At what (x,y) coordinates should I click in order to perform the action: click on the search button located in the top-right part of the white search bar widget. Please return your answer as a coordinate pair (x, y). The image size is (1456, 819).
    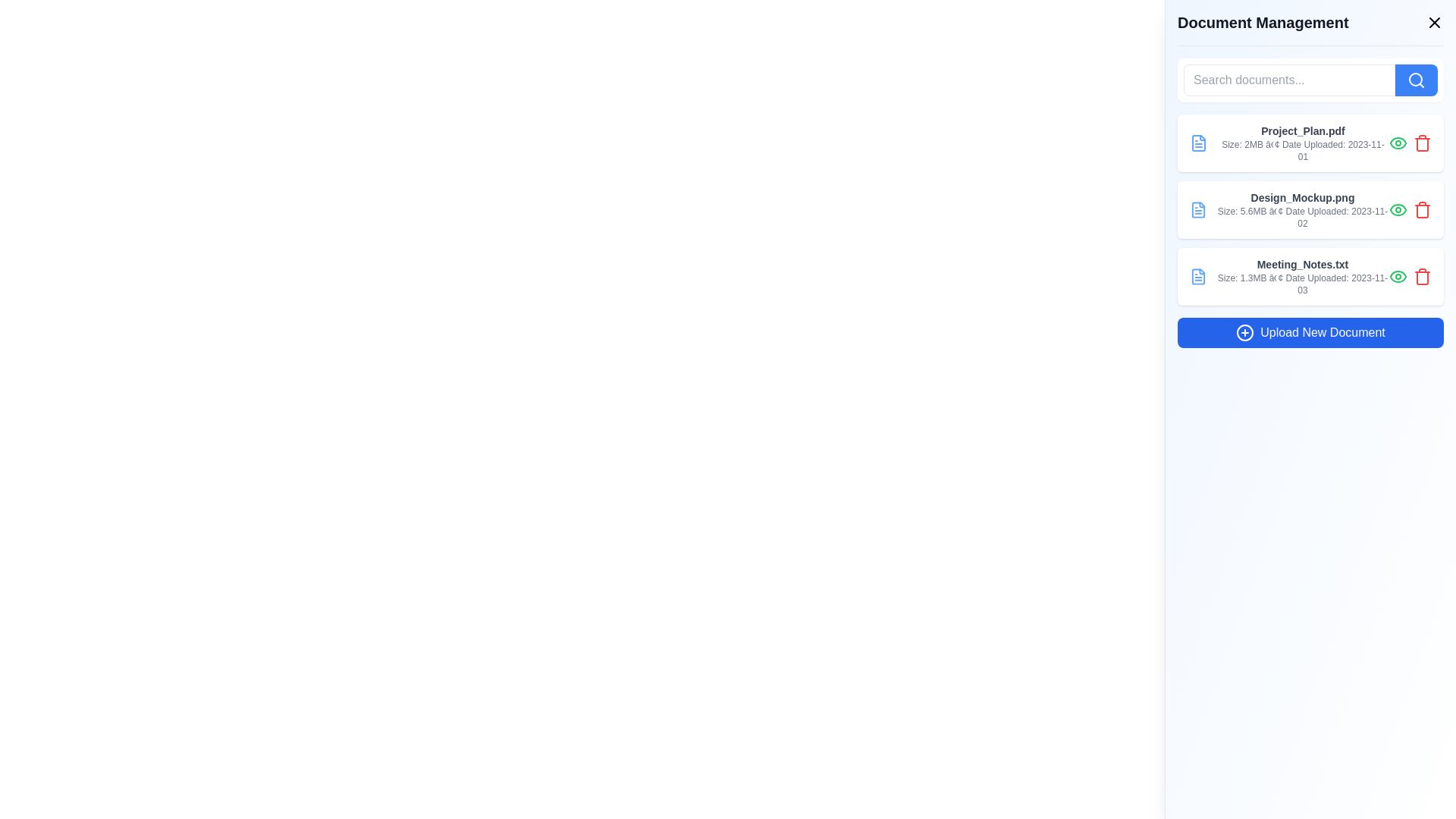
    Looking at the image, I should click on (1415, 80).